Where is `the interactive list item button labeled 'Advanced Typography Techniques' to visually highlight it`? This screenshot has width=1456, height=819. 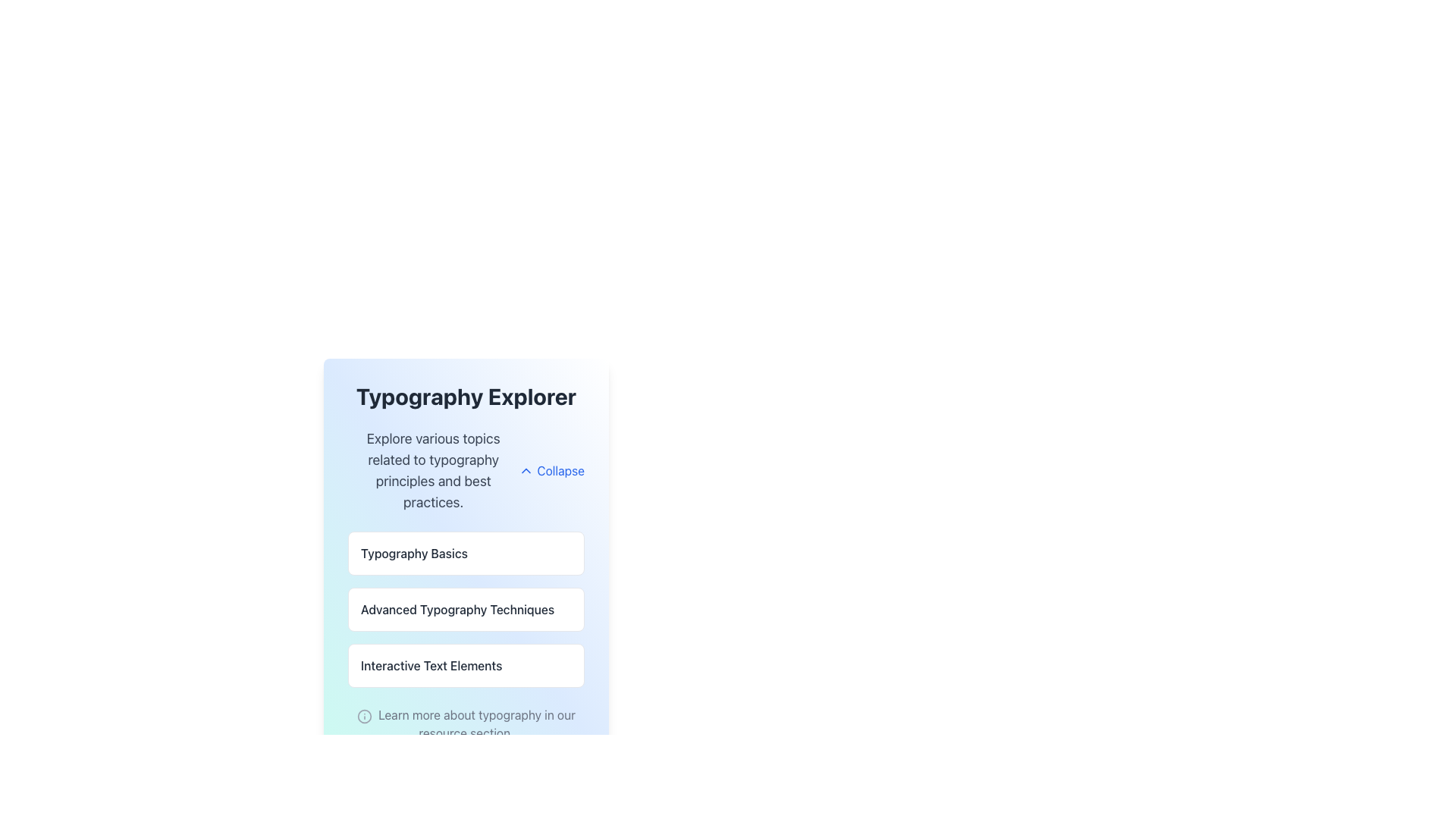
the interactive list item button labeled 'Advanced Typography Techniques' to visually highlight it is located at coordinates (465, 608).